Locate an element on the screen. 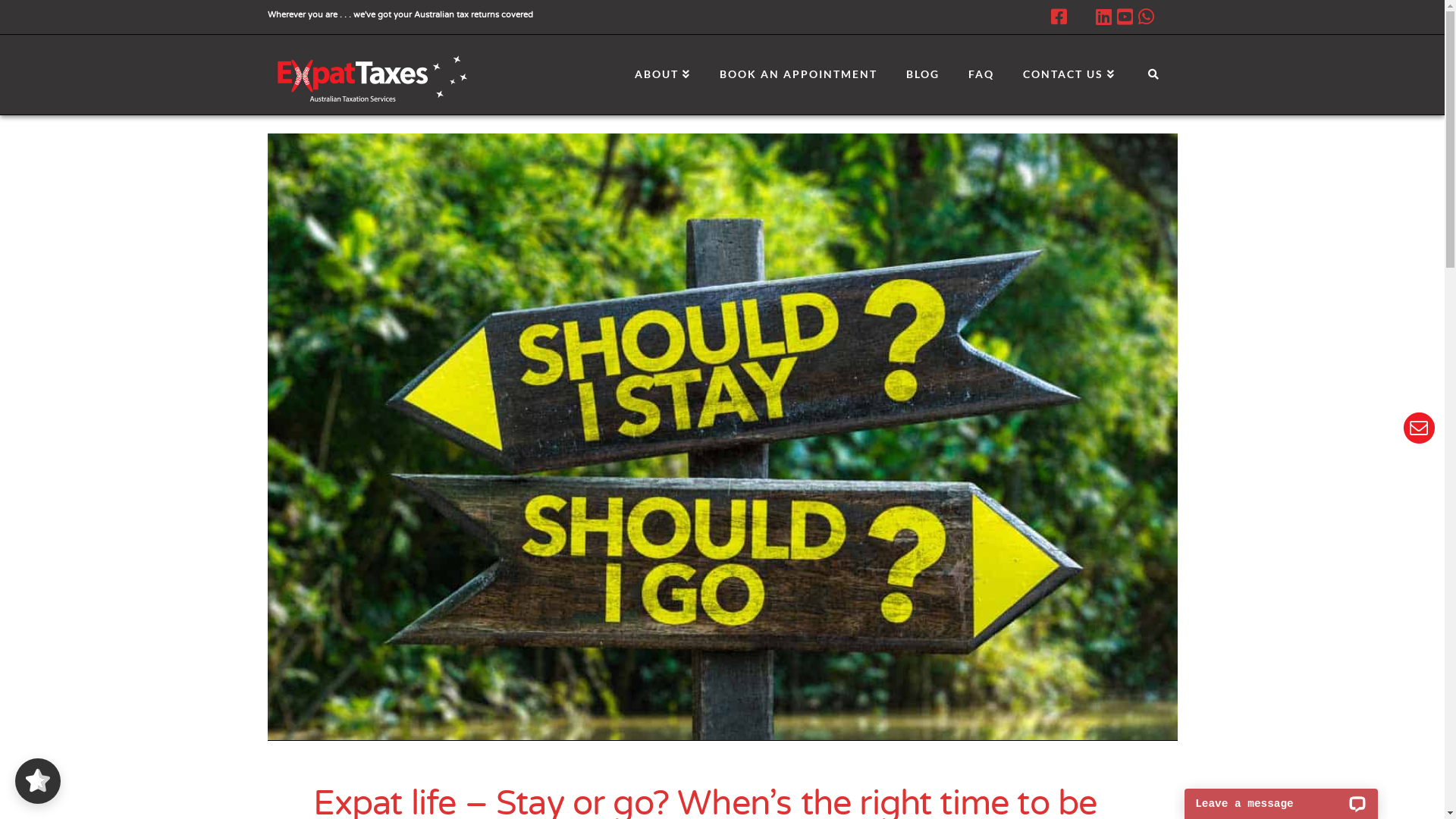  'BOOK AN APPOINTMENT' is located at coordinates (796, 69).